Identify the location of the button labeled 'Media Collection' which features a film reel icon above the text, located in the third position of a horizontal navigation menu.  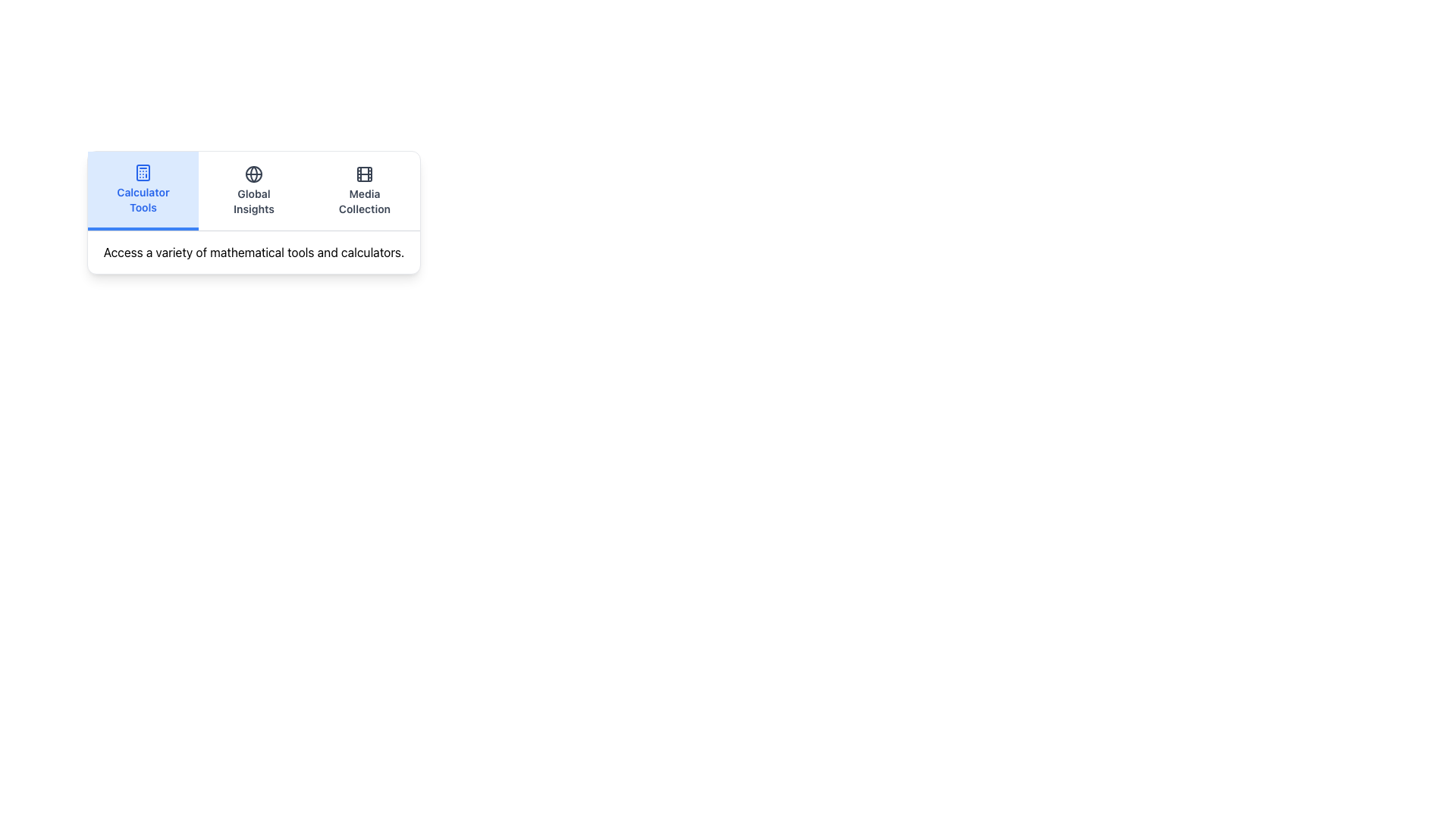
(364, 190).